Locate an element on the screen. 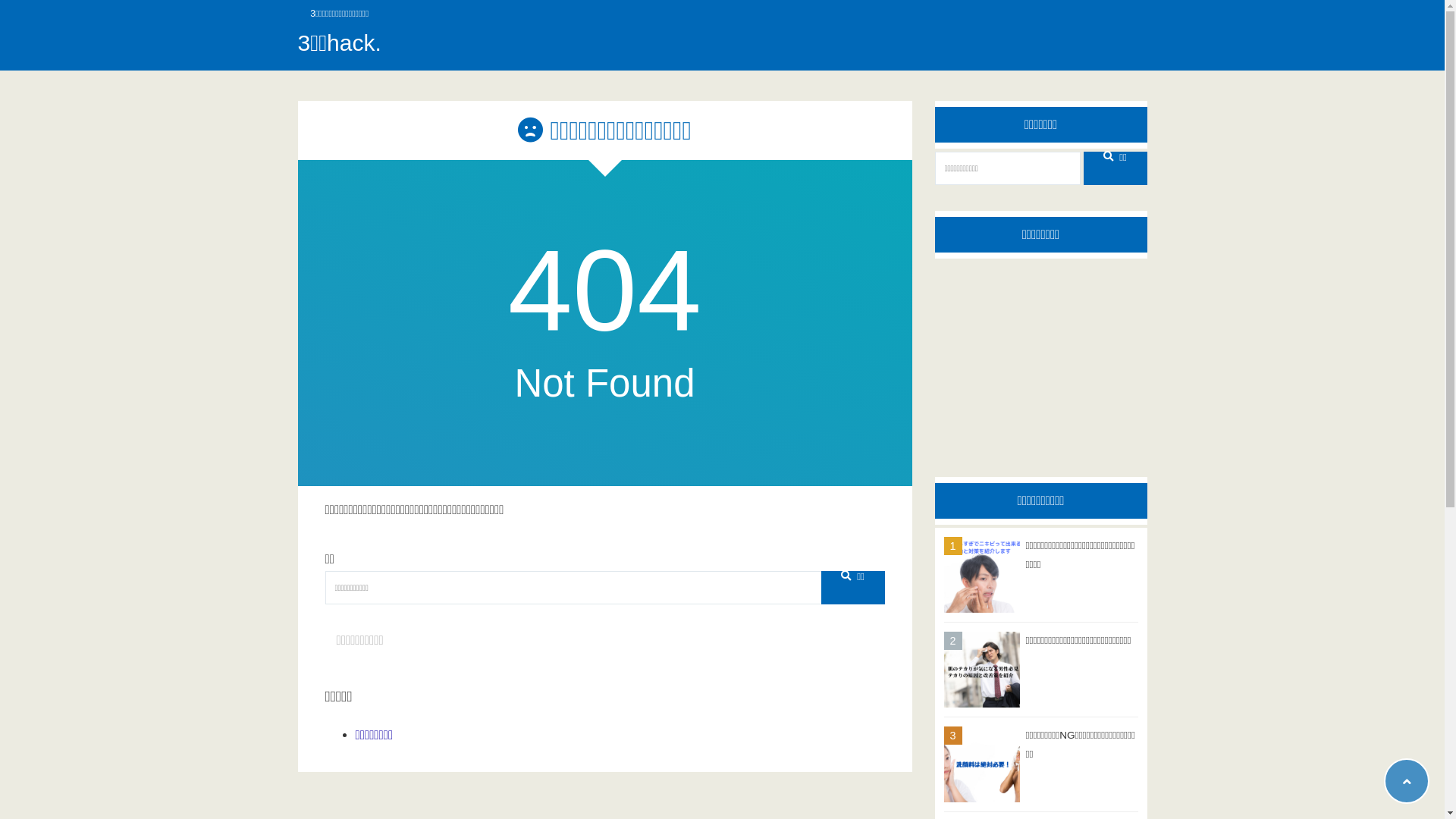 Image resolution: width=1456 pixels, height=819 pixels. 'Advertisement' is located at coordinates (1040, 356).